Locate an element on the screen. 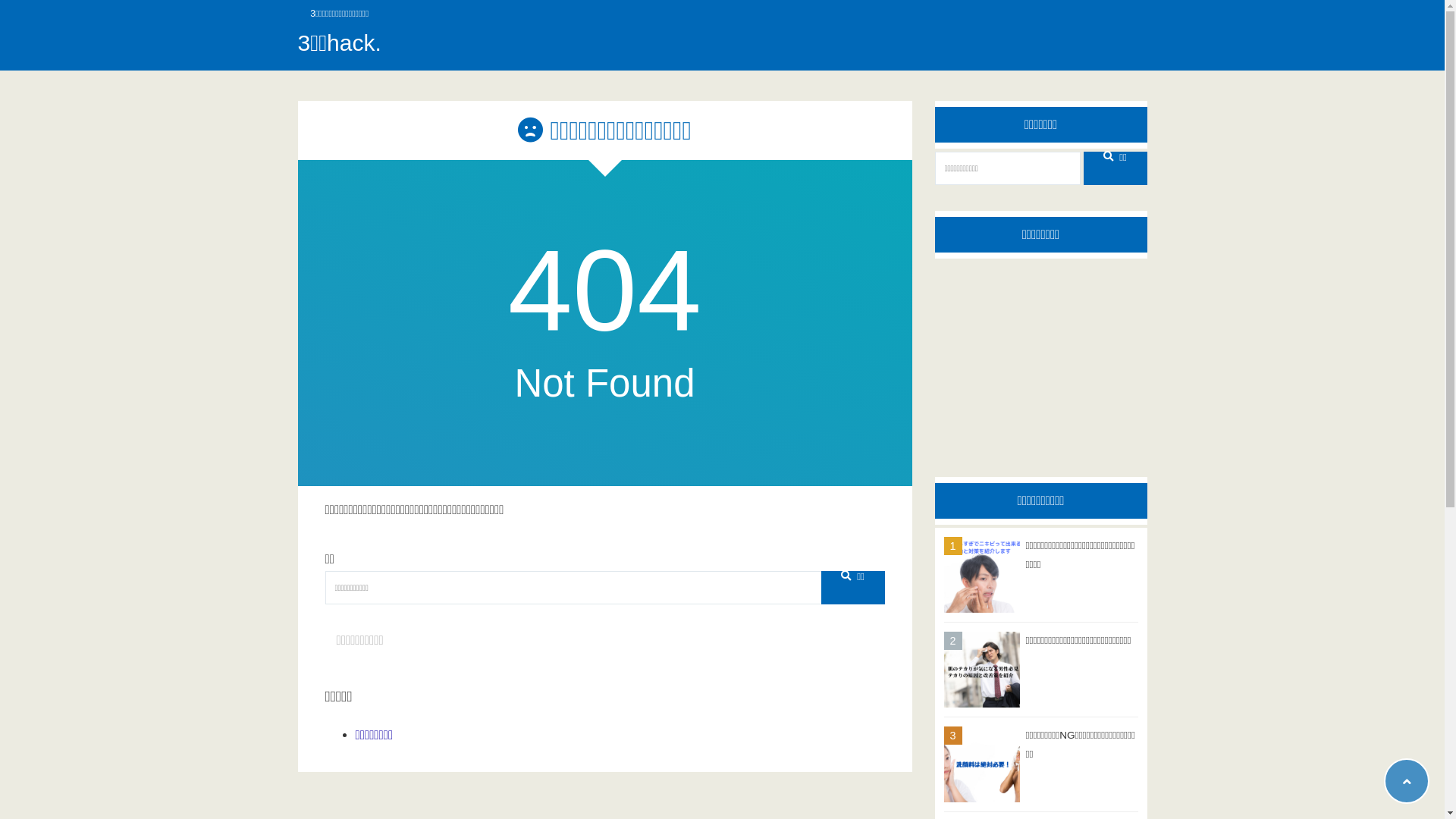 Image resolution: width=1456 pixels, height=819 pixels. 'Advertisement' is located at coordinates (1040, 356).